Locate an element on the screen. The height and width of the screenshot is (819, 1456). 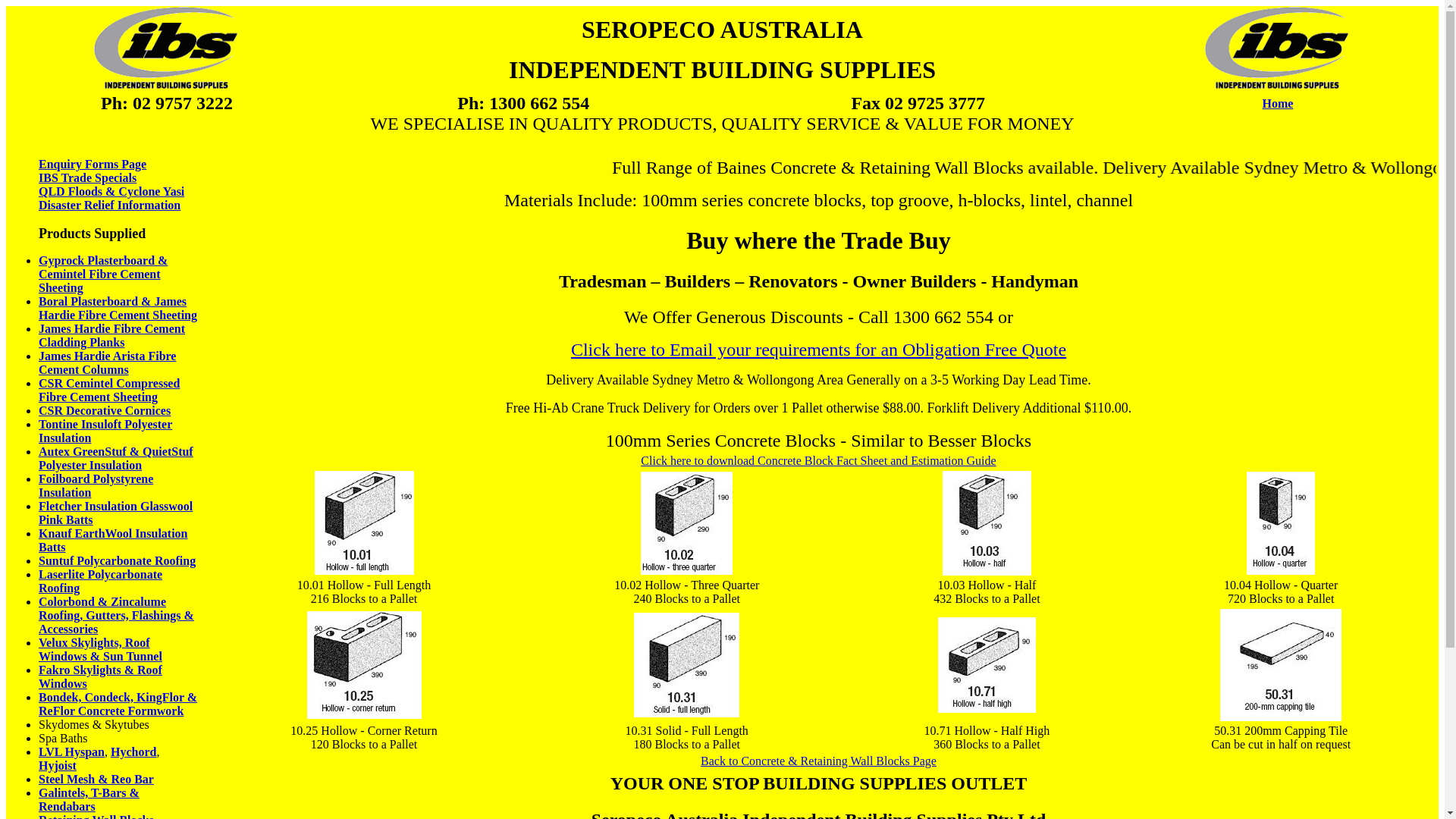
'Back to Concrete & Retaining Wall Blocks Page' is located at coordinates (817, 761).